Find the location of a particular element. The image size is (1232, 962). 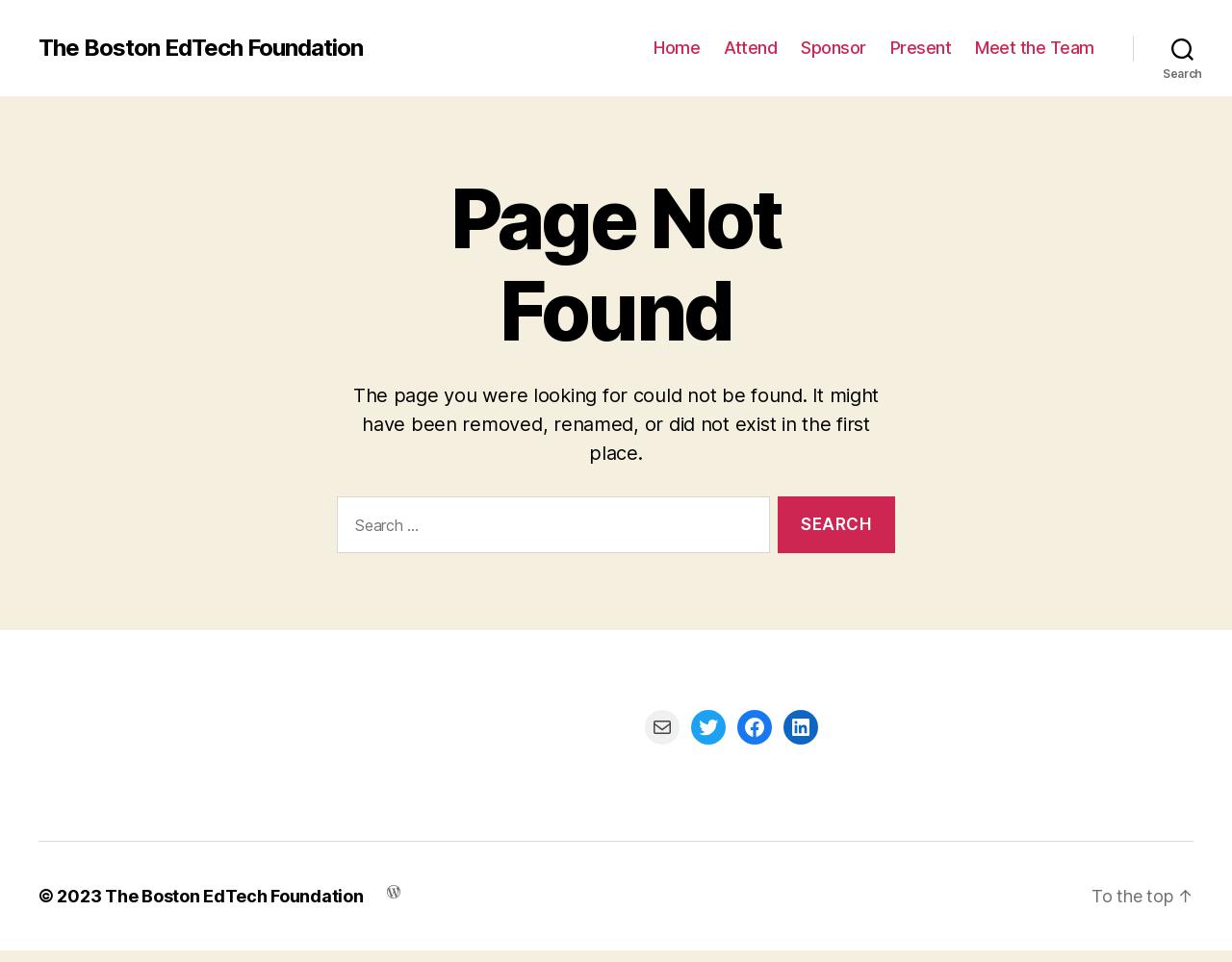

'Page Not Found' is located at coordinates (614, 265).